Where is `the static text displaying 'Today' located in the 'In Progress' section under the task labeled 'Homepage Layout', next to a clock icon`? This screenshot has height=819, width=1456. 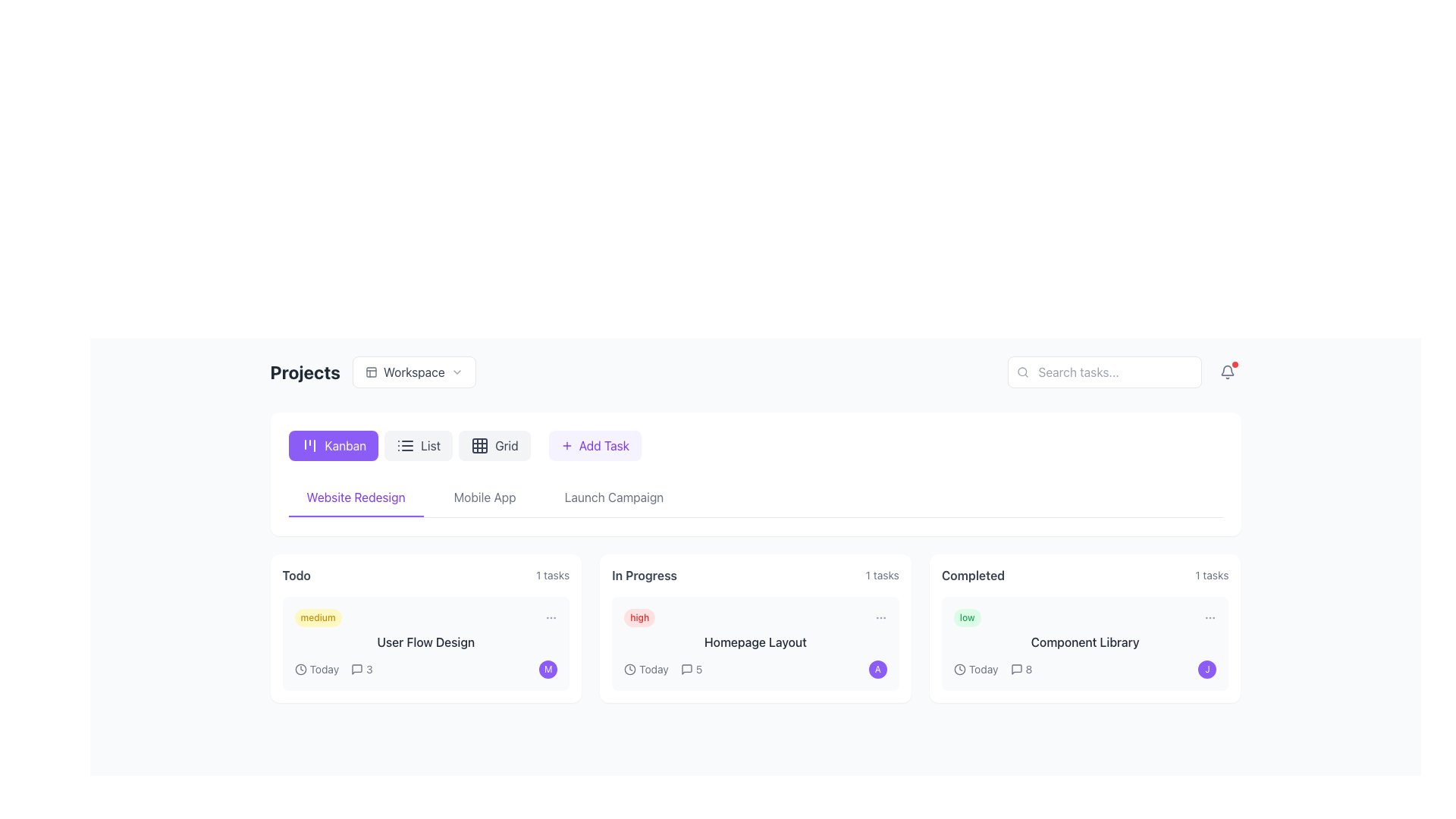
the static text displaying 'Today' located in the 'In Progress' section under the task labeled 'Homepage Layout', next to a clock icon is located at coordinates (654, 669).